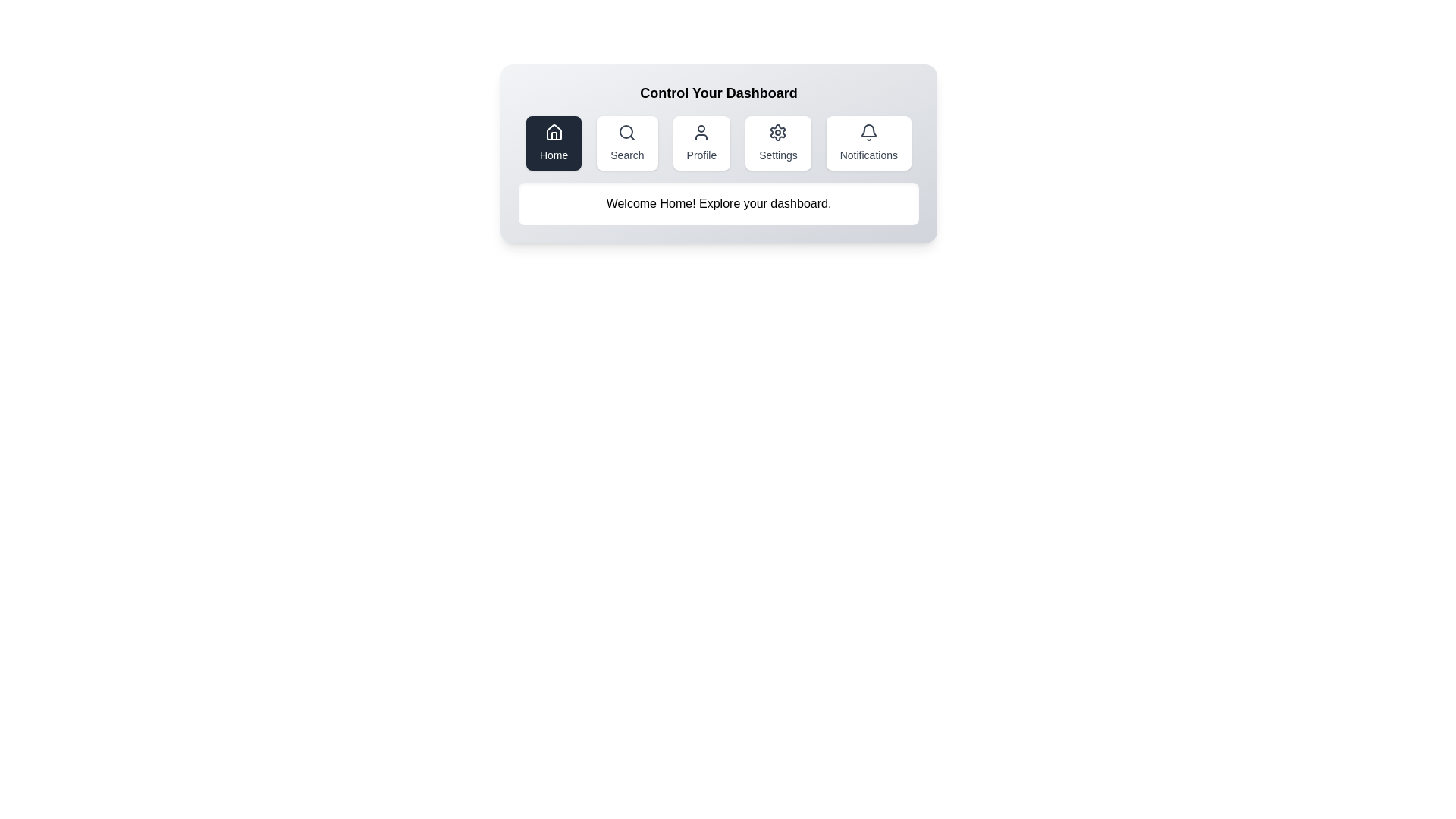 This screenshot has height=819, width=1456. Describe the element at coordinates (701, 155) in the screenshot. I see `the 'Profile' text label within the interactive button that has a medium gray font, white background, and gray border, located in the horizontal toolbar under 'Control Your Dashboard'` at that location.